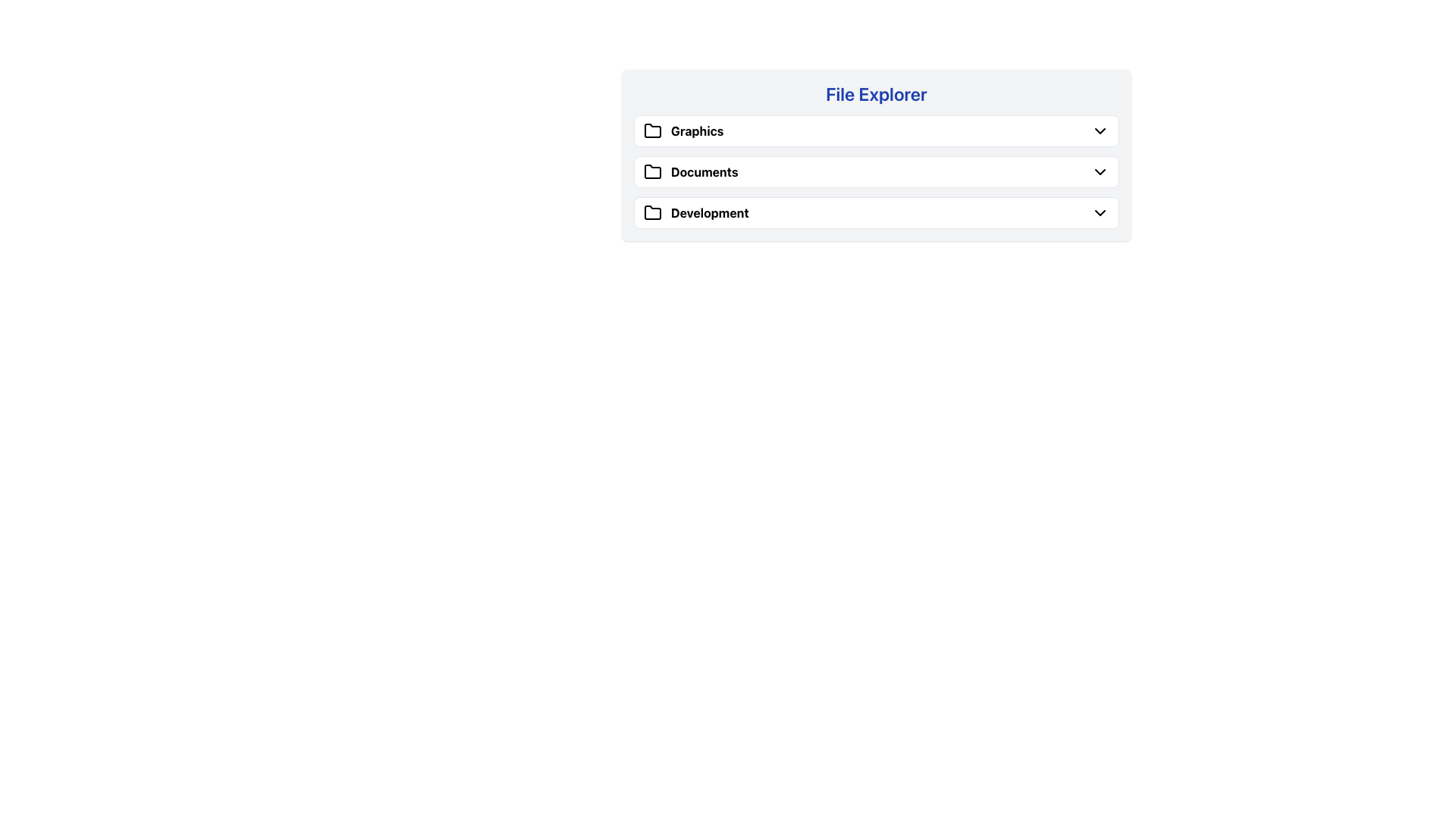  Describe the element at coordinates (704, 171) in the screenshot. I see `the 'Documents' text label, which is the second label` at that location.